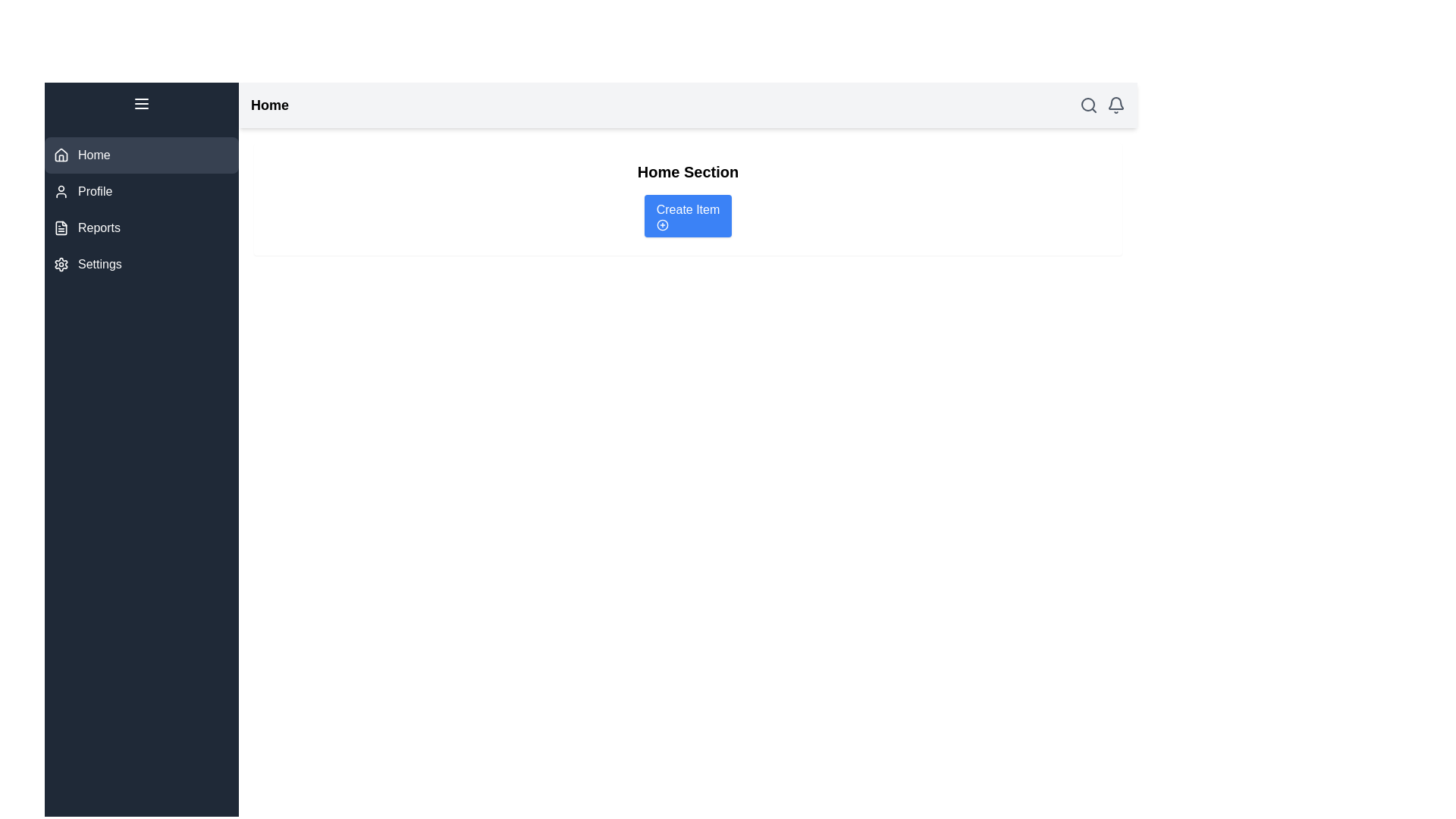 This screenshot has width=1456, height=819. Describe the element at coordinates (687, 216) in the screenshot. I see `the 'Create Item' button, which is a rectangular button with a blue background and white text, located under the title 'Home Section.'` at that location.